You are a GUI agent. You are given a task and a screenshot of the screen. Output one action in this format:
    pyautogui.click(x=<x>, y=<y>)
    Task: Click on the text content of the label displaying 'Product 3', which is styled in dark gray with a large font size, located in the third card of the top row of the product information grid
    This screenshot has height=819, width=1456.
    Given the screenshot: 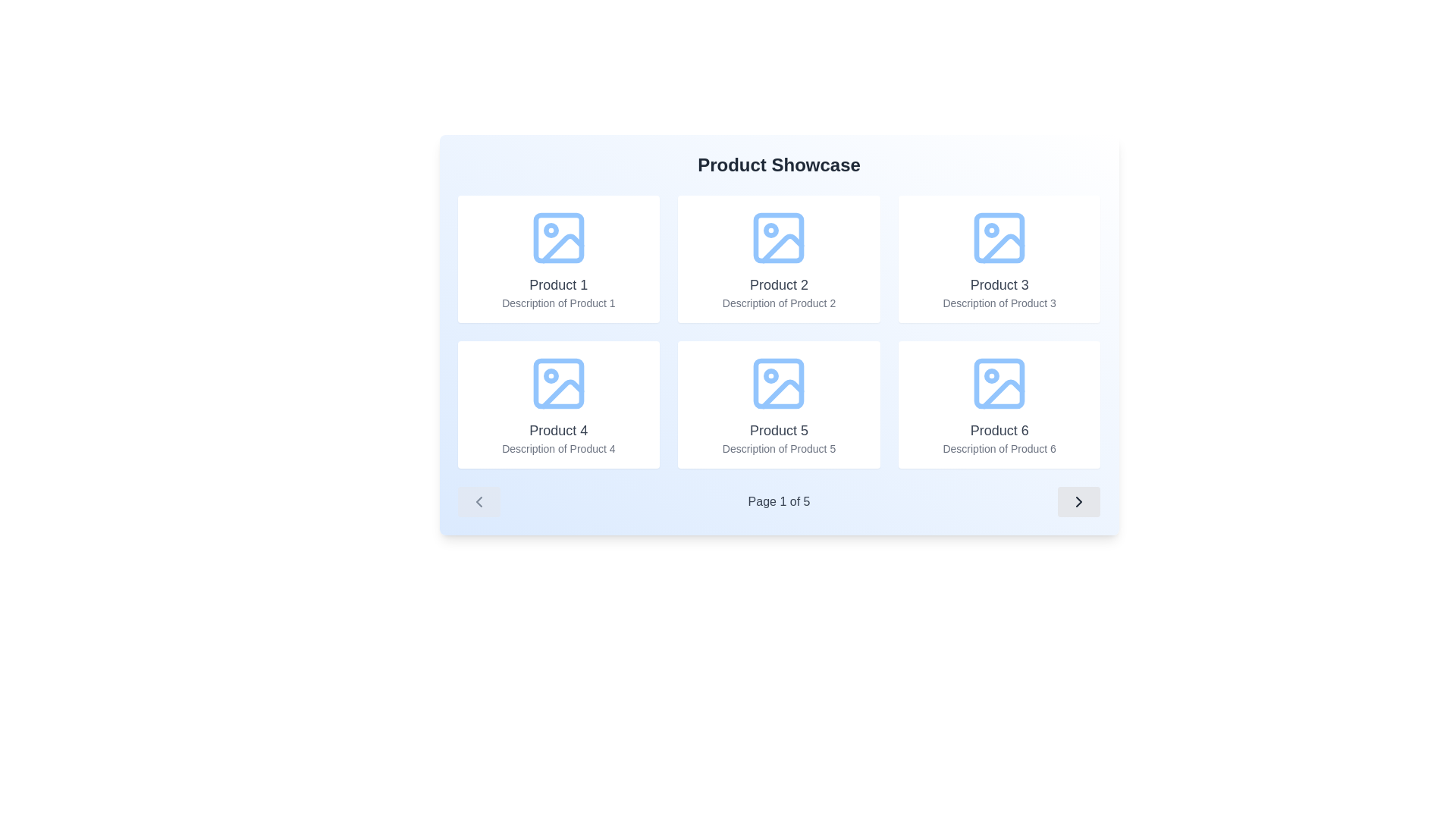 What is the action you would take?
    pyautogui.click(x=999, y=284)
    